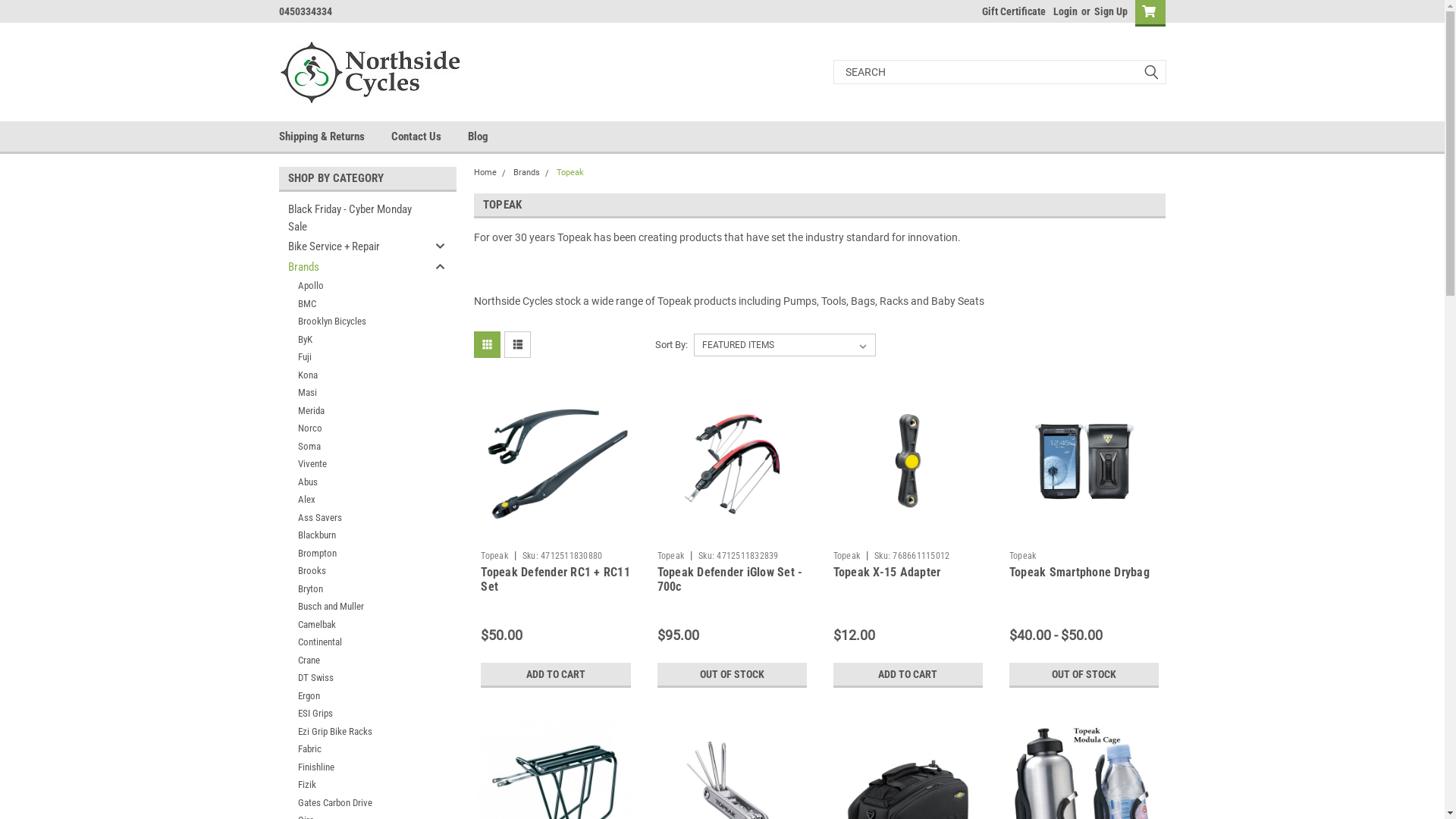 The image size is (1456, 819). What do you see at coordinates (353, 748) in the screenshot?
I see `'Fabric'` at bounding box center [353, 748].